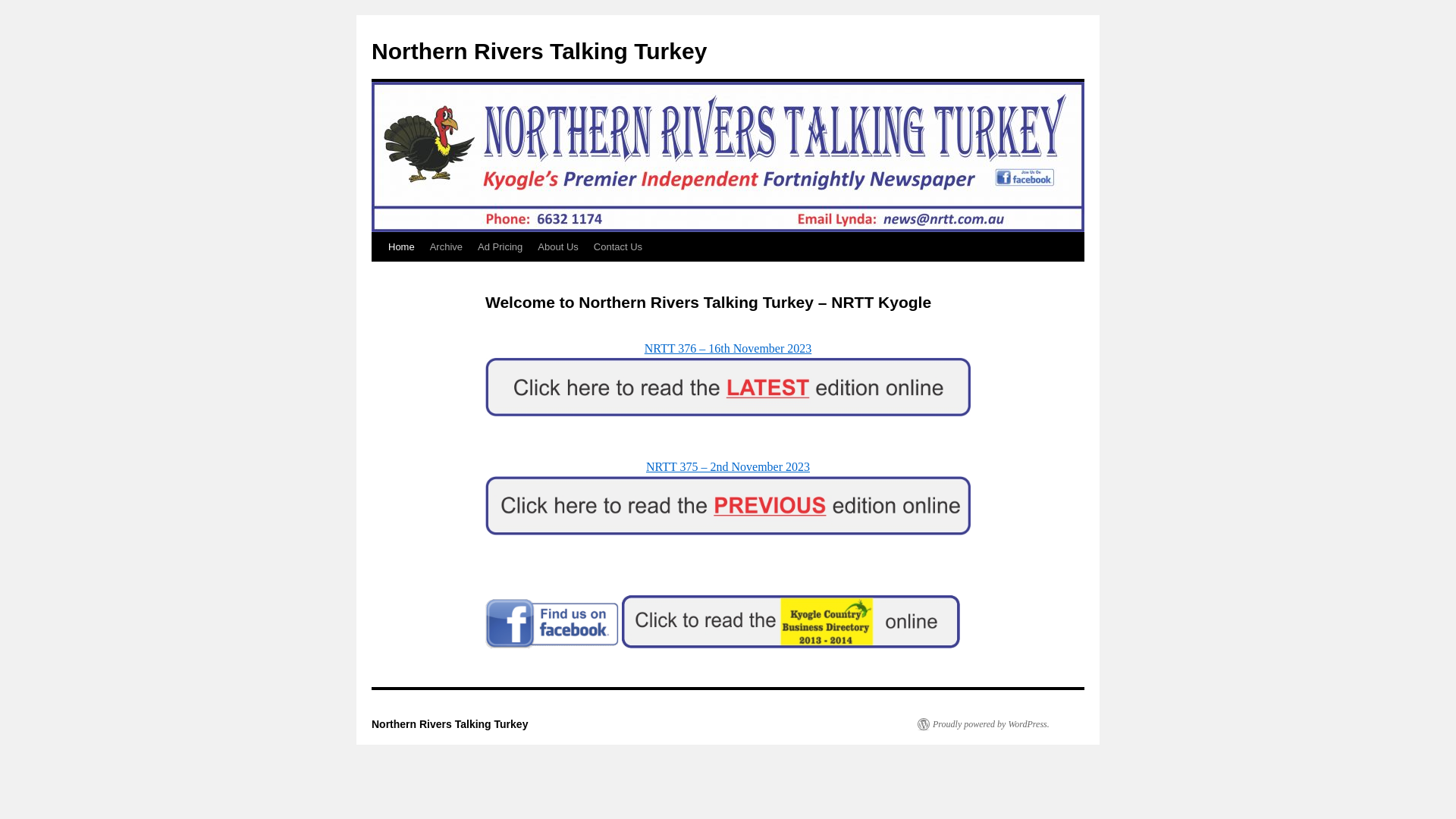 Image resolution: width=1456 pixels, height=819 pixels. I want to click on 'Kyogle Business Directory', so click(789, 622).